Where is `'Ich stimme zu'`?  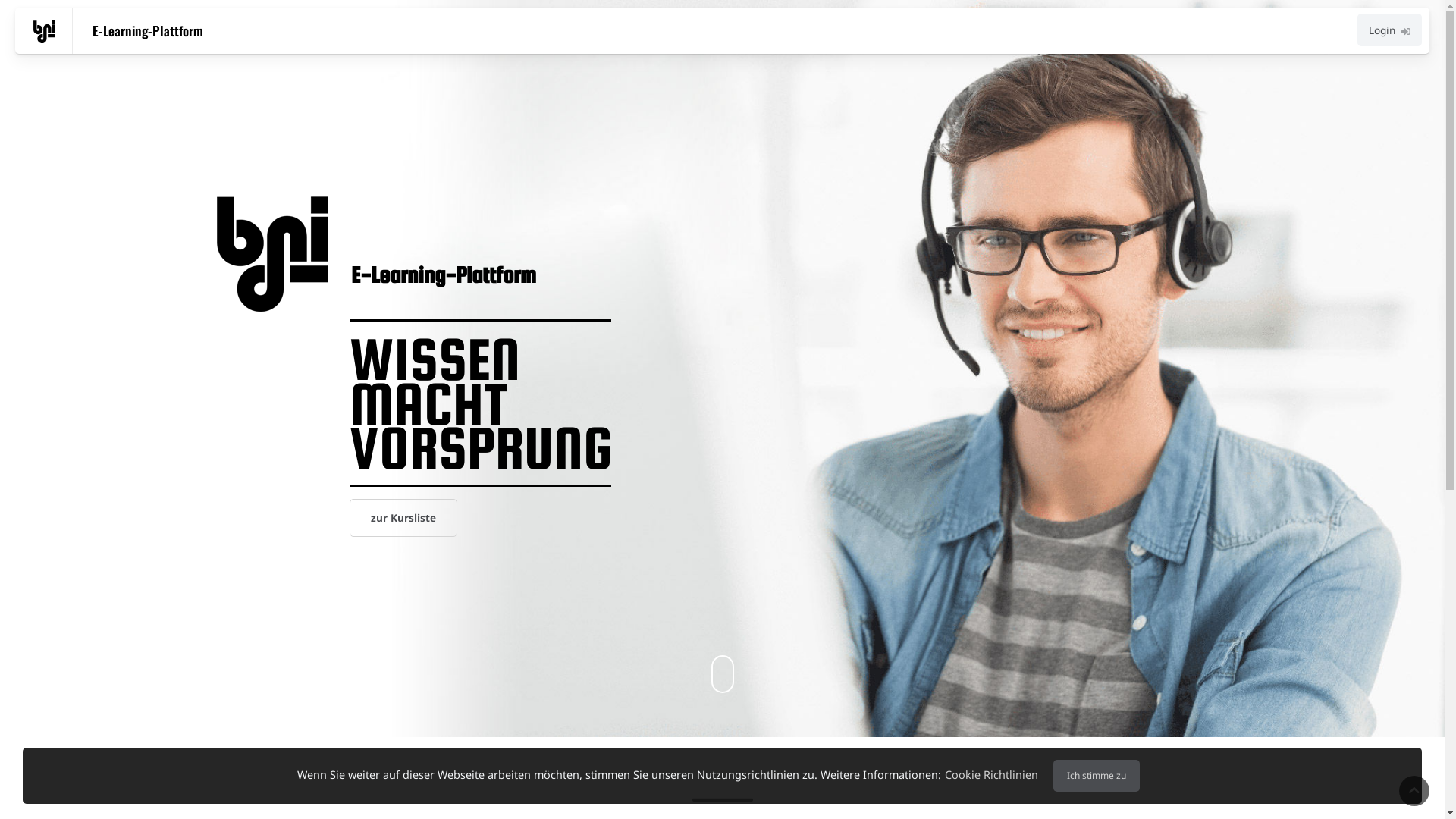 'Ich stimme zu' is located at coordinates (1097, 775).